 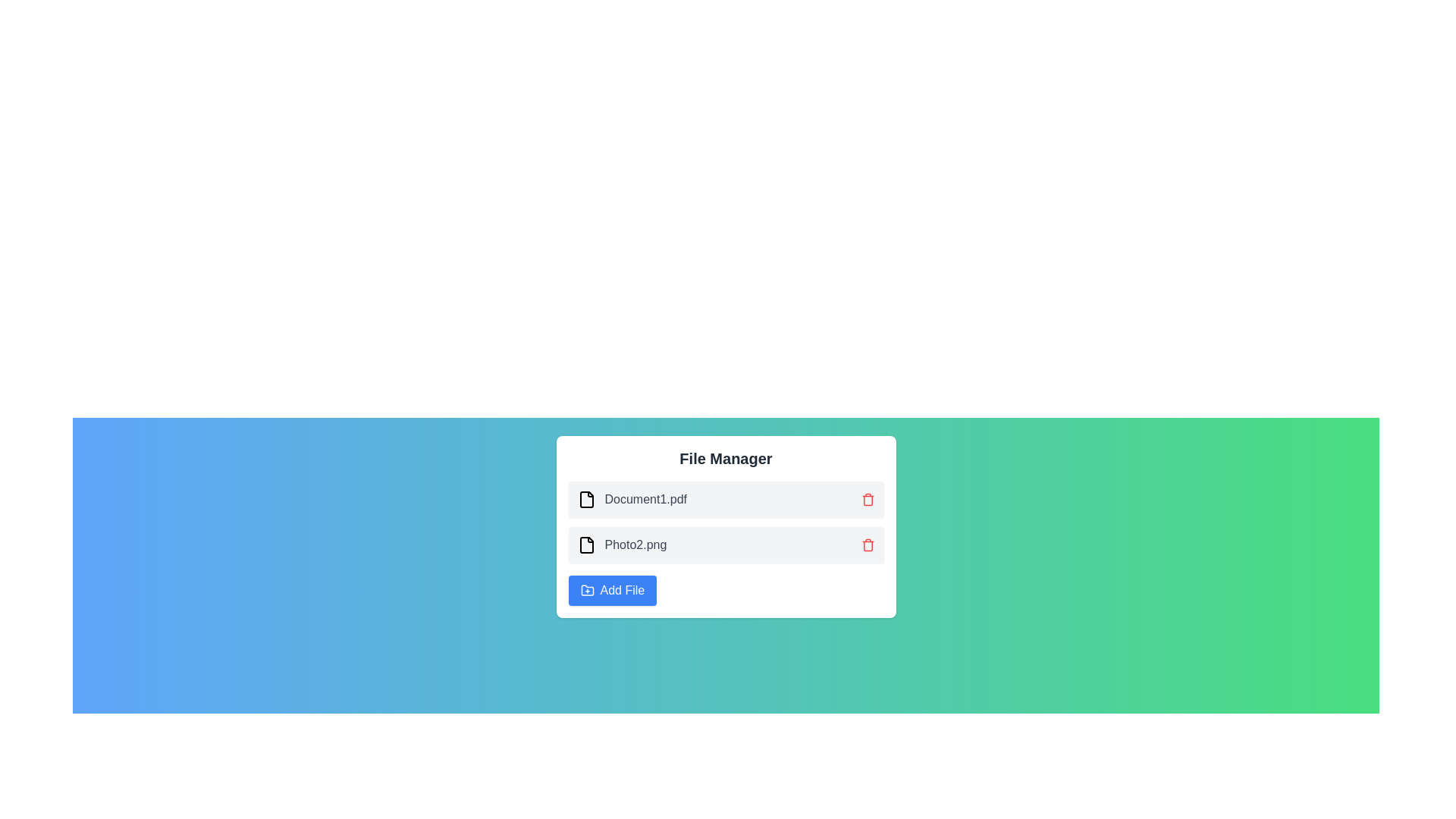 I want to click on the file representation icon for 'Photo2.png', located in the file management interface, positioned adjacent to the file name on the left side, so click(x=585, y=544).